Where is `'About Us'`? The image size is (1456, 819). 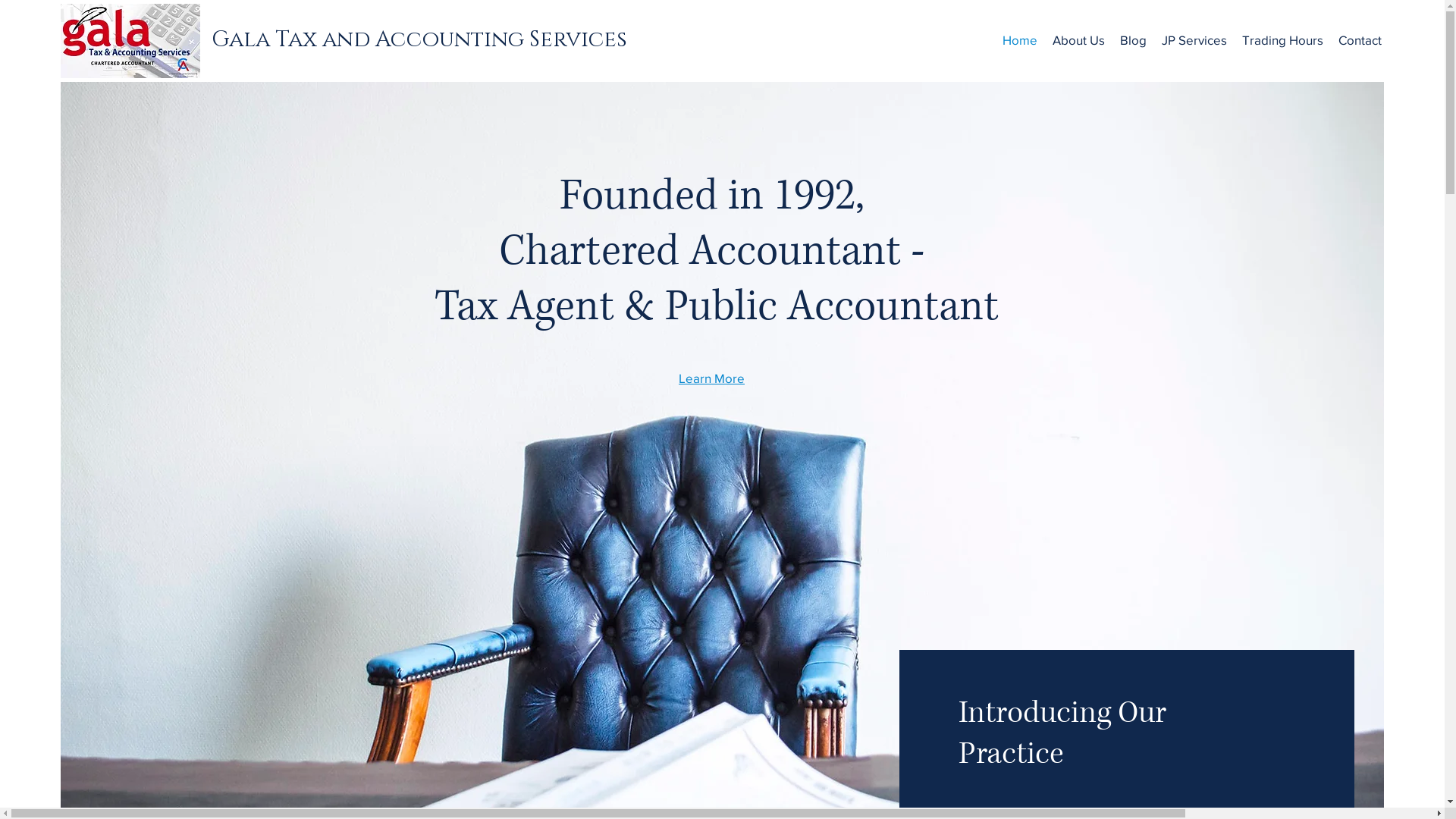 'About Us' is located at coordinates (1043, 39).